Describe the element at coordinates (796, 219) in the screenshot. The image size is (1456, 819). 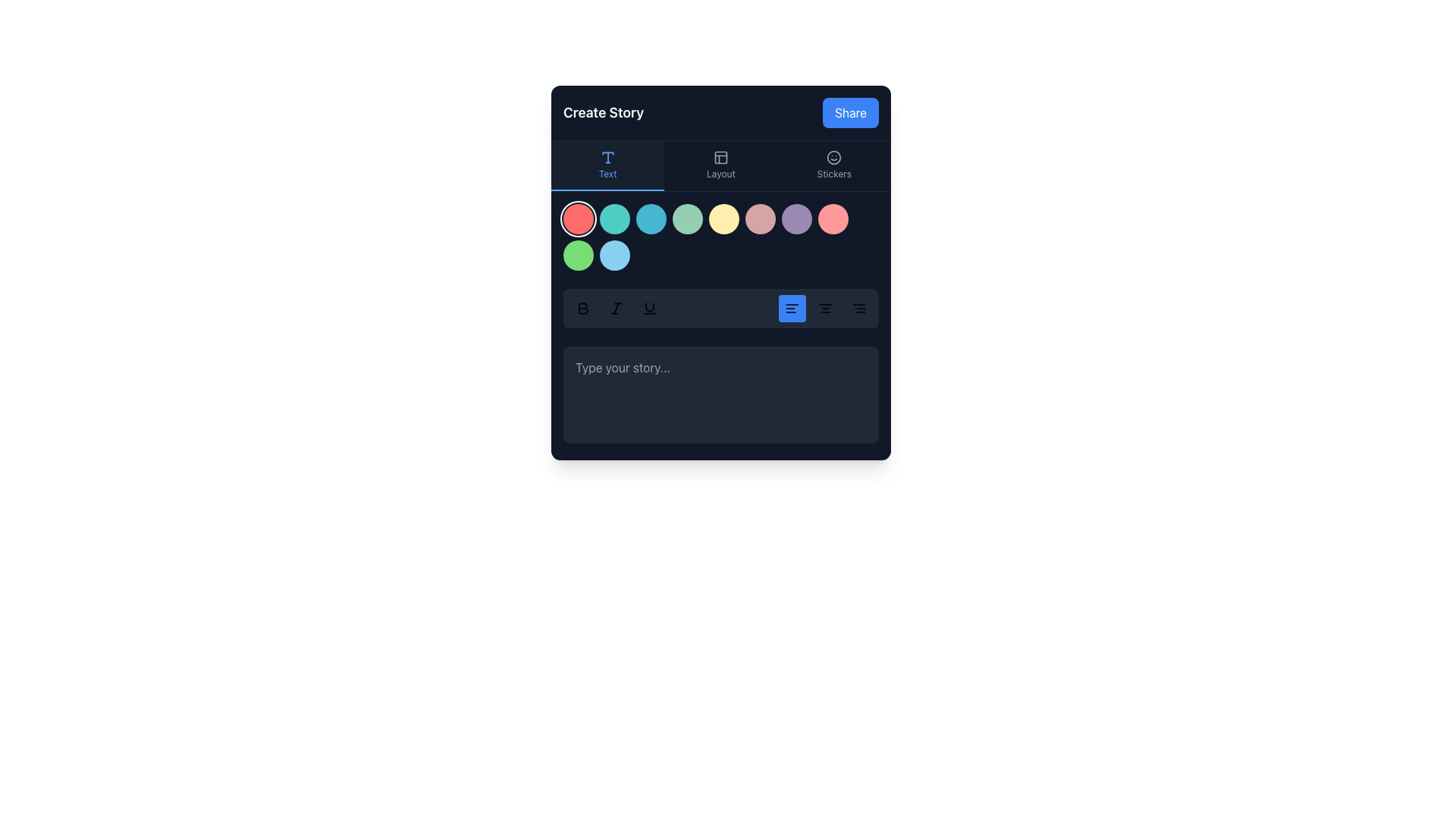
I see `the lavender circular button located in the seventh position of the top row in the grid layout` at that location.